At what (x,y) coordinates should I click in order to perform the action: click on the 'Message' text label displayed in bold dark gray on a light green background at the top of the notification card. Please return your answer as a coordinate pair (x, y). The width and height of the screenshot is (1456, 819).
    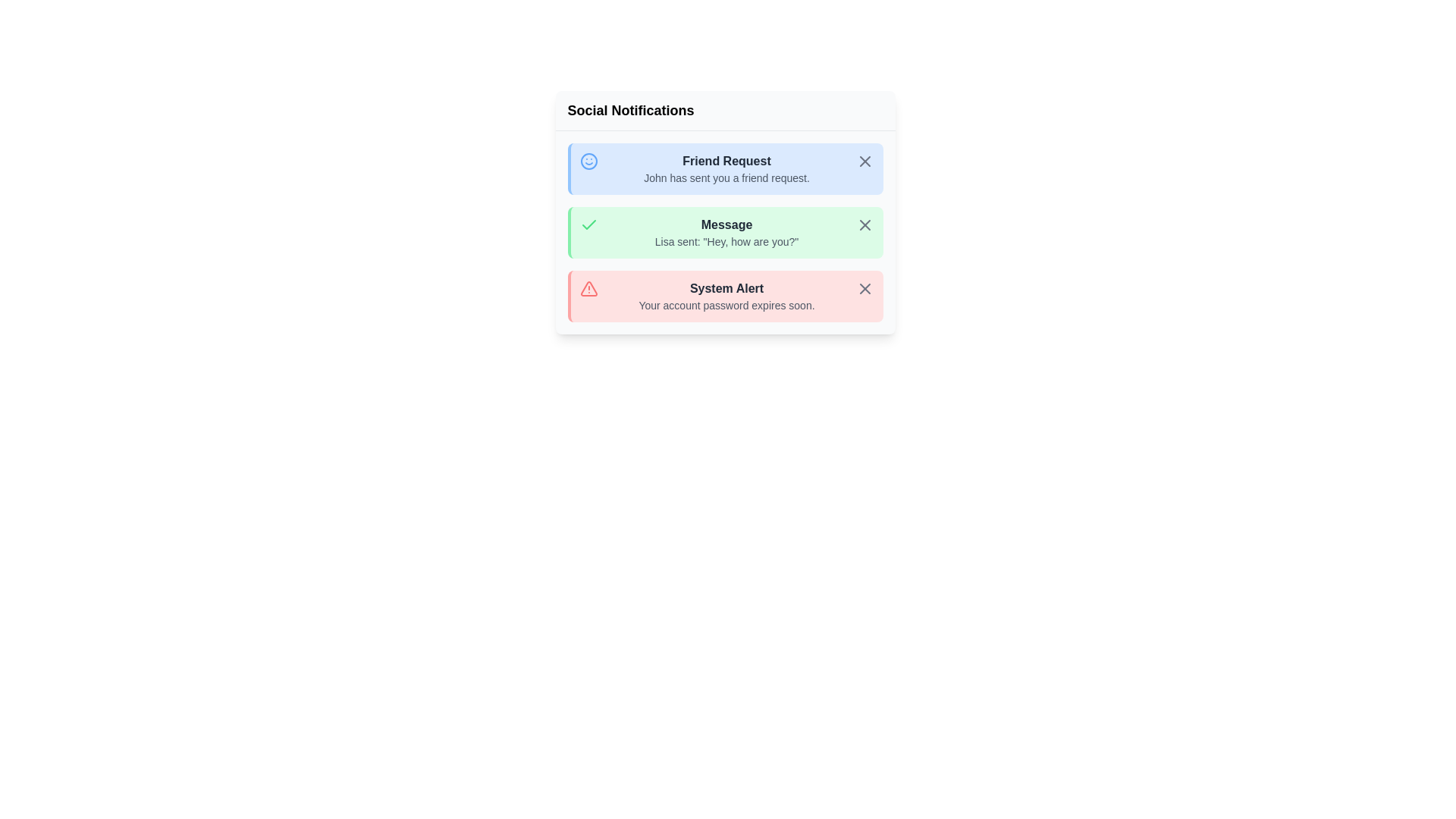
    Looking at the image, I should click on (726, 225).